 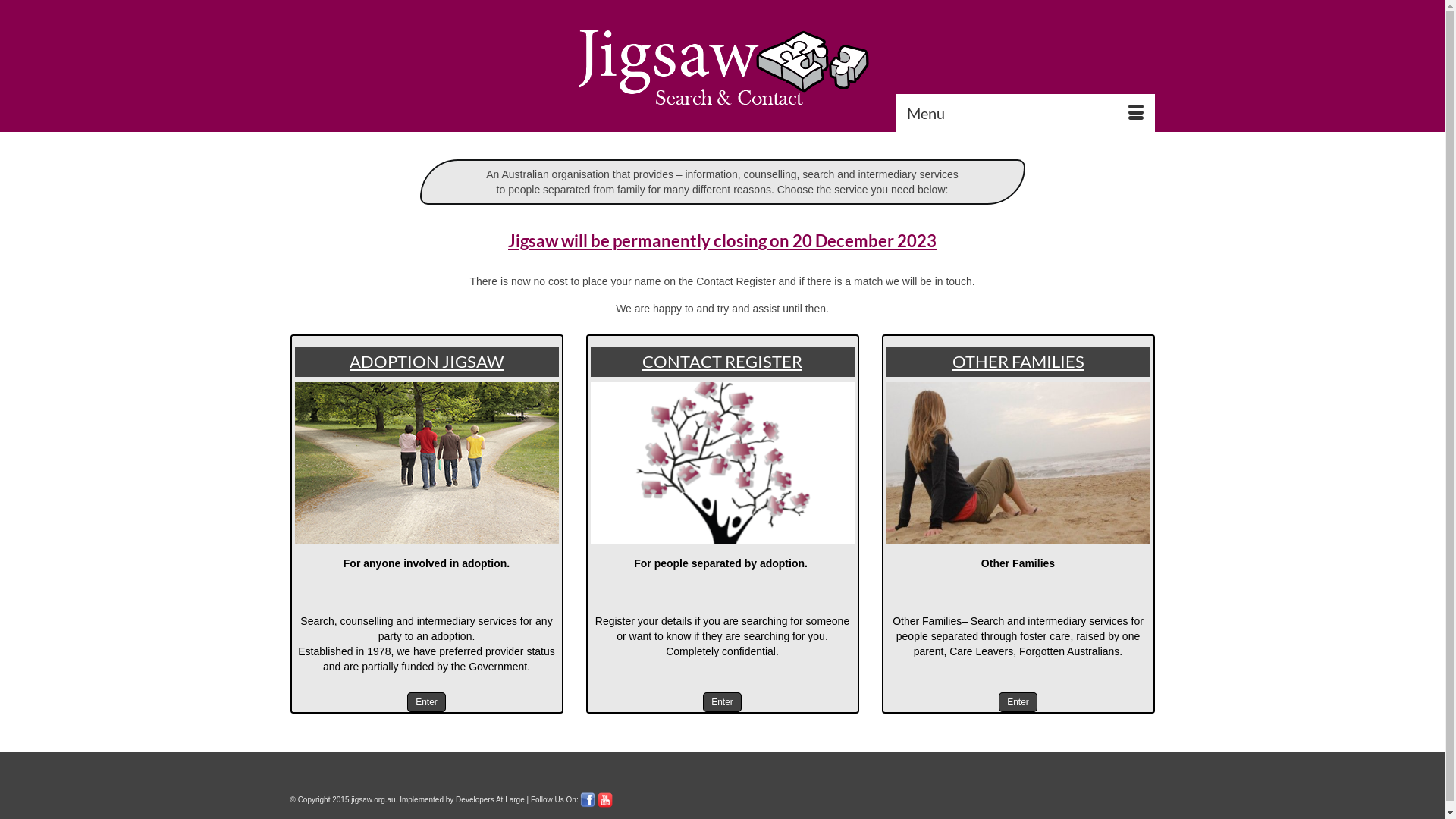 What do you see at coordinates (604, 799) in the screenshot?
I see `'Youtube'` at bounding box center [604, 799].